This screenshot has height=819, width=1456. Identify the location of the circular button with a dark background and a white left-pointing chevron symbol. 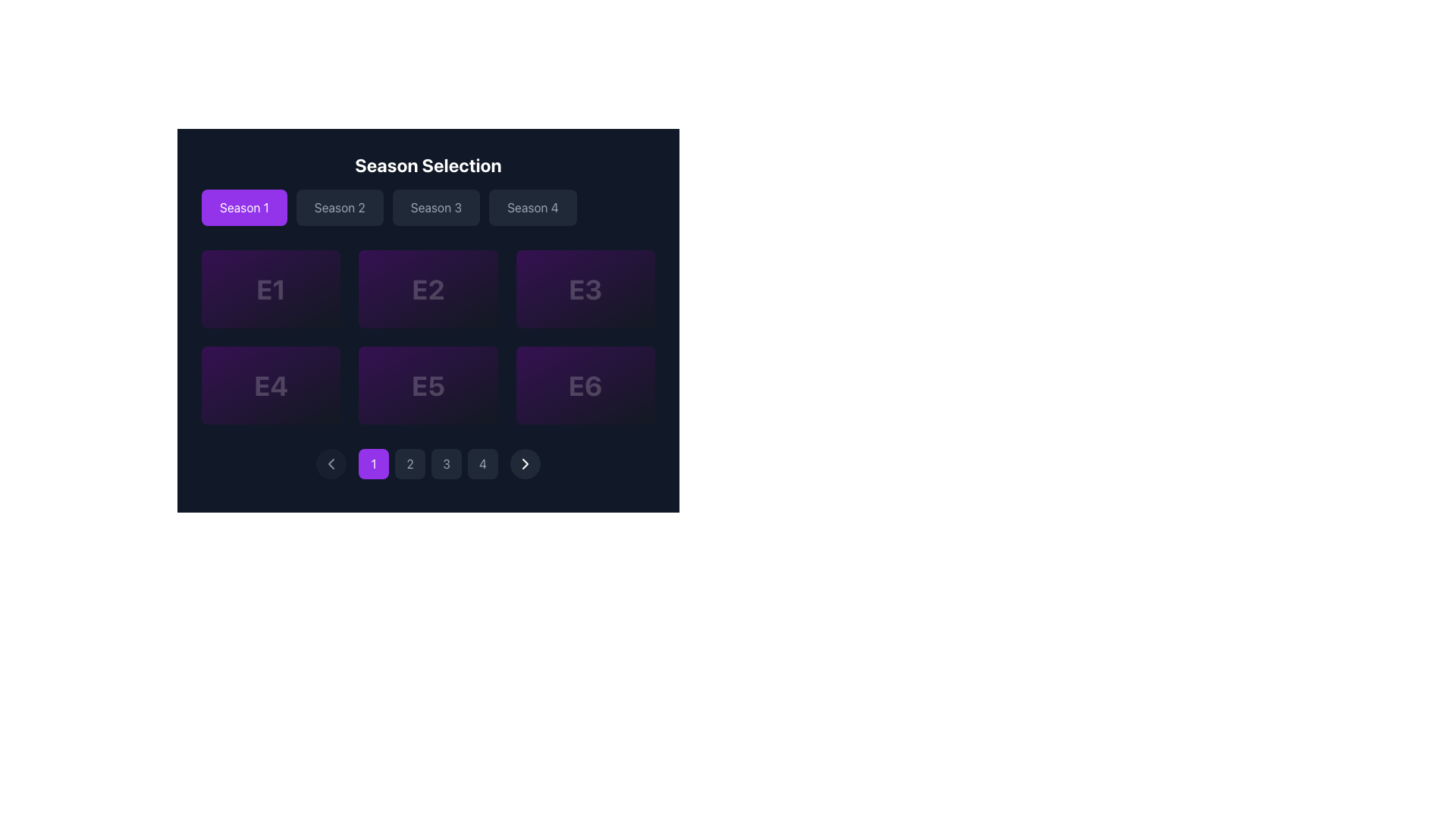
(330, 463).